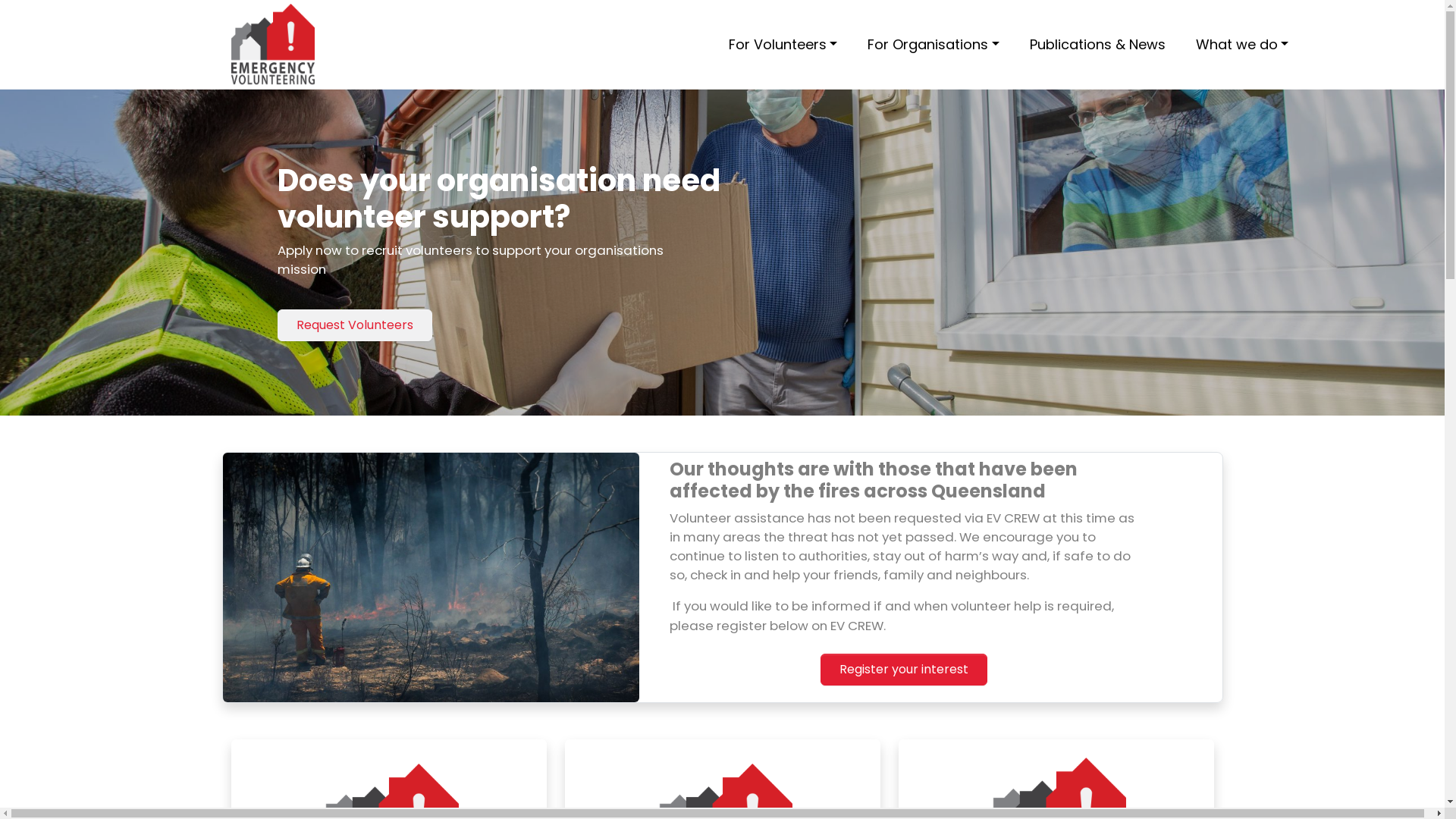 Image resolution: width=1456 pixels, height=819 pixels. I want to click on 'Publications & News', so click(1023, 43).